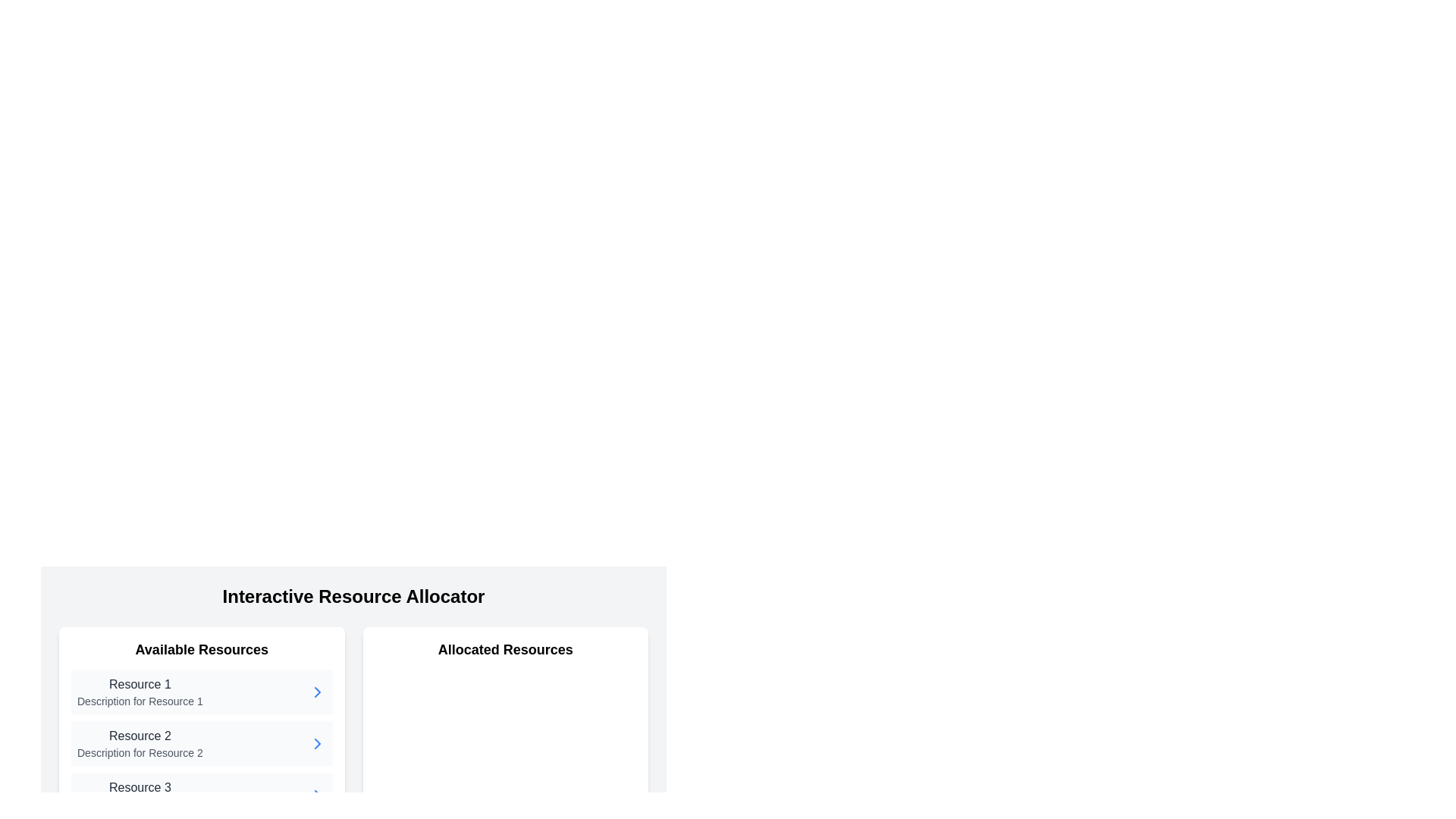 This screenshot has width=1456, height=819. What do you see at coordinates (201, 795) in the screenshot?
I see `the list item displaying 'Resource 3'` at bounding box center [201, 795].